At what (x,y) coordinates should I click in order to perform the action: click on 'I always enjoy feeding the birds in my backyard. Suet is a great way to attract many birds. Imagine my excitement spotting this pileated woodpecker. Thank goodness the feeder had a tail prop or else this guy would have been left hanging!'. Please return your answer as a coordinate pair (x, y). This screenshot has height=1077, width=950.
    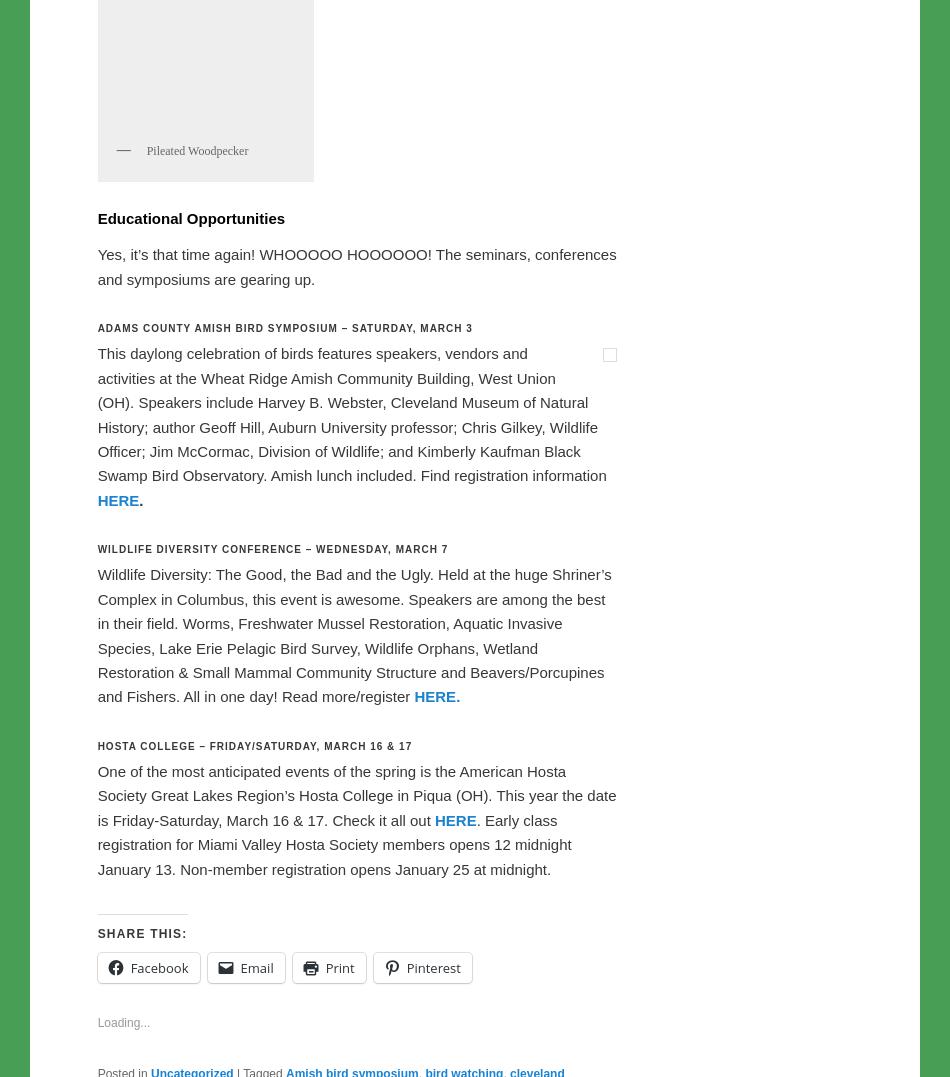
    Looking at the image, I should click on (337, 312).